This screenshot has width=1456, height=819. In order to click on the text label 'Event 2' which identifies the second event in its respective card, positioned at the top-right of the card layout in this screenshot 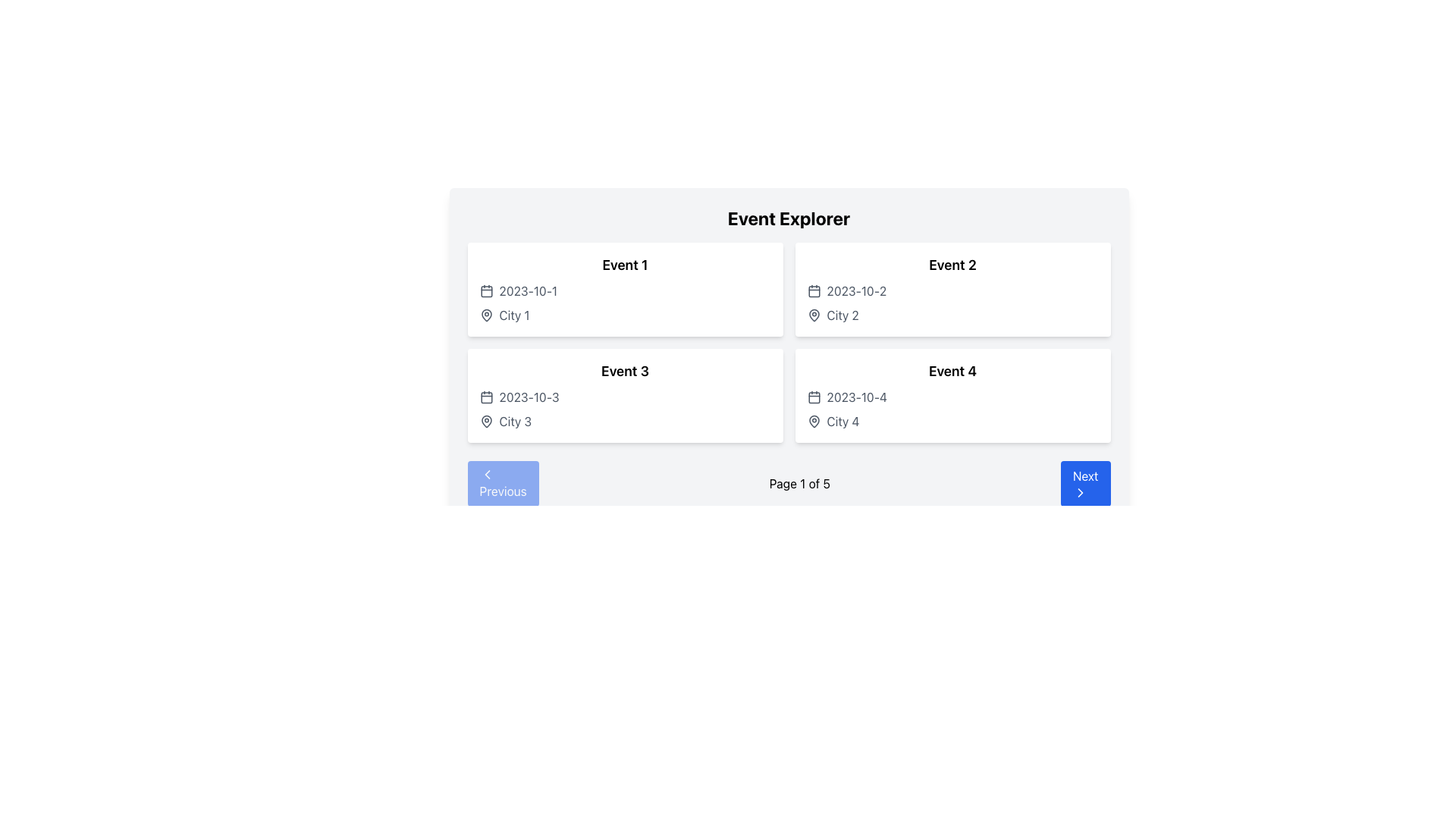, I will do `click(952, 265)`.